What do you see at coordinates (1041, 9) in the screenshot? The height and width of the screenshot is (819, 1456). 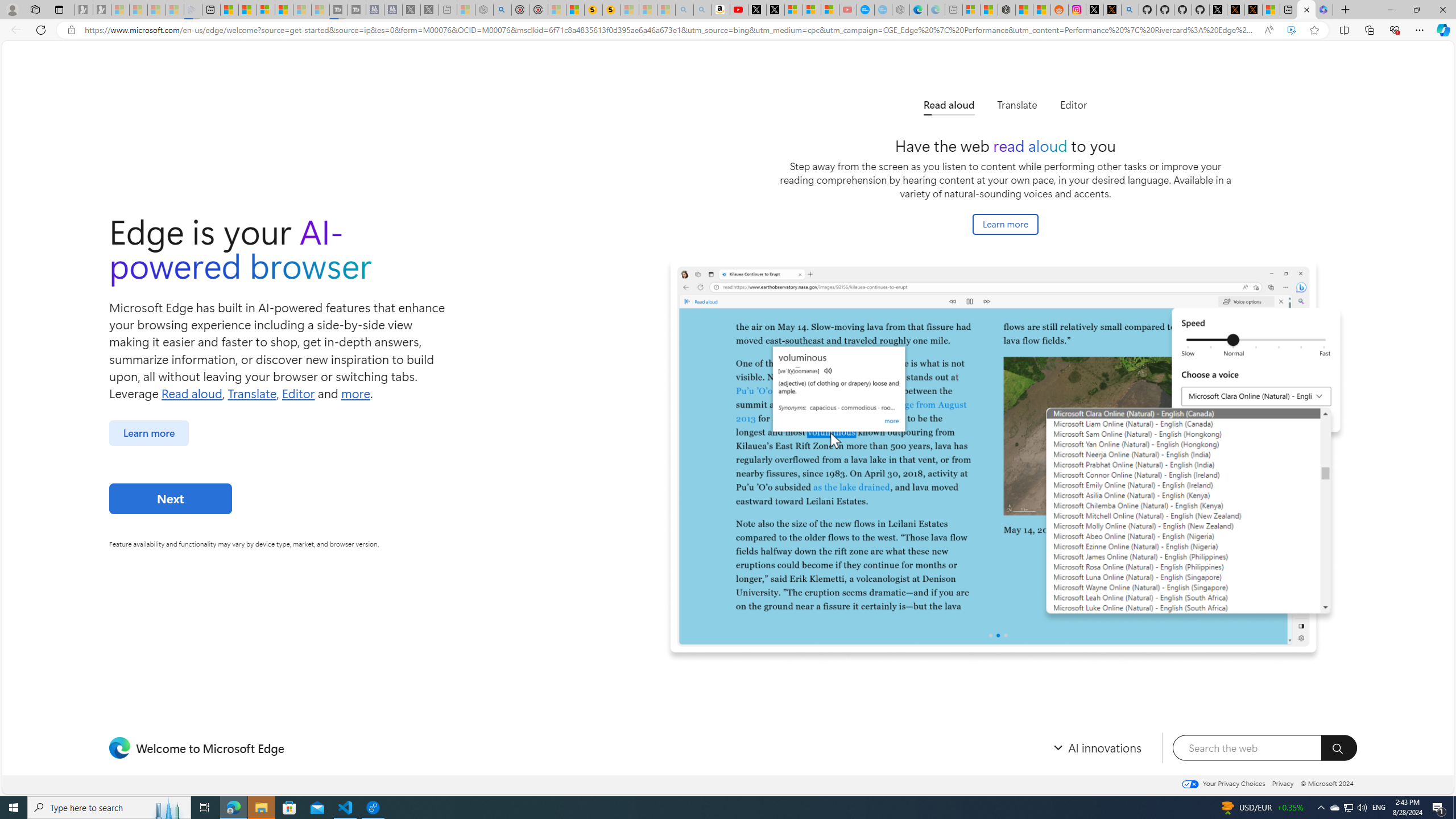 I see `'Shanghai, China Weather trends | Microsoft Weather'` at bounding box center [1041, 9].